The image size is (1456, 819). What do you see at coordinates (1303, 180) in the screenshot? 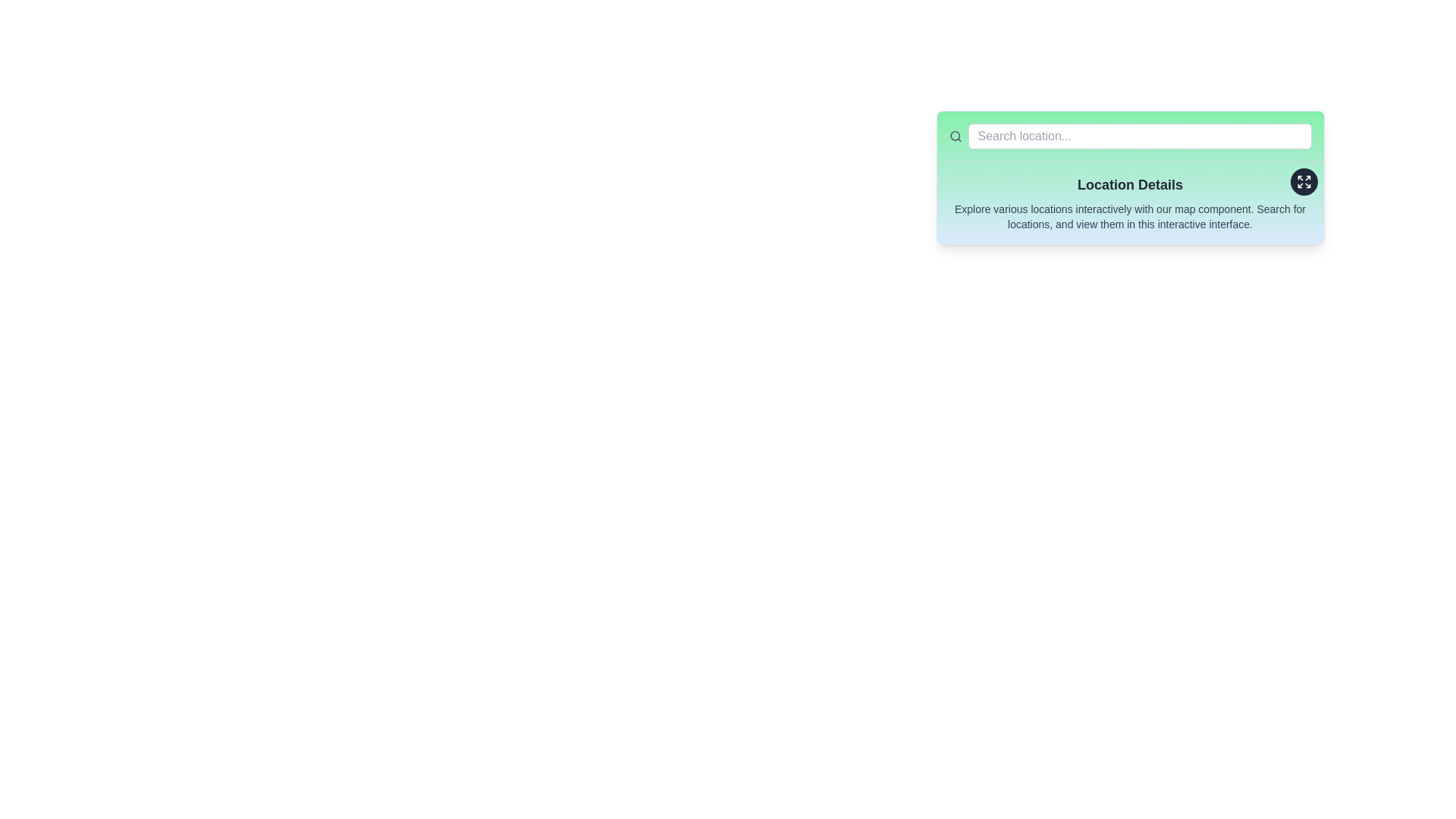
I see `the expand icon, which consists of four arrows extending outwards from the center against a dark circular background, located at the top-right corner adjacent to the 'Location Details' title` at bounding box center [1303, 180].